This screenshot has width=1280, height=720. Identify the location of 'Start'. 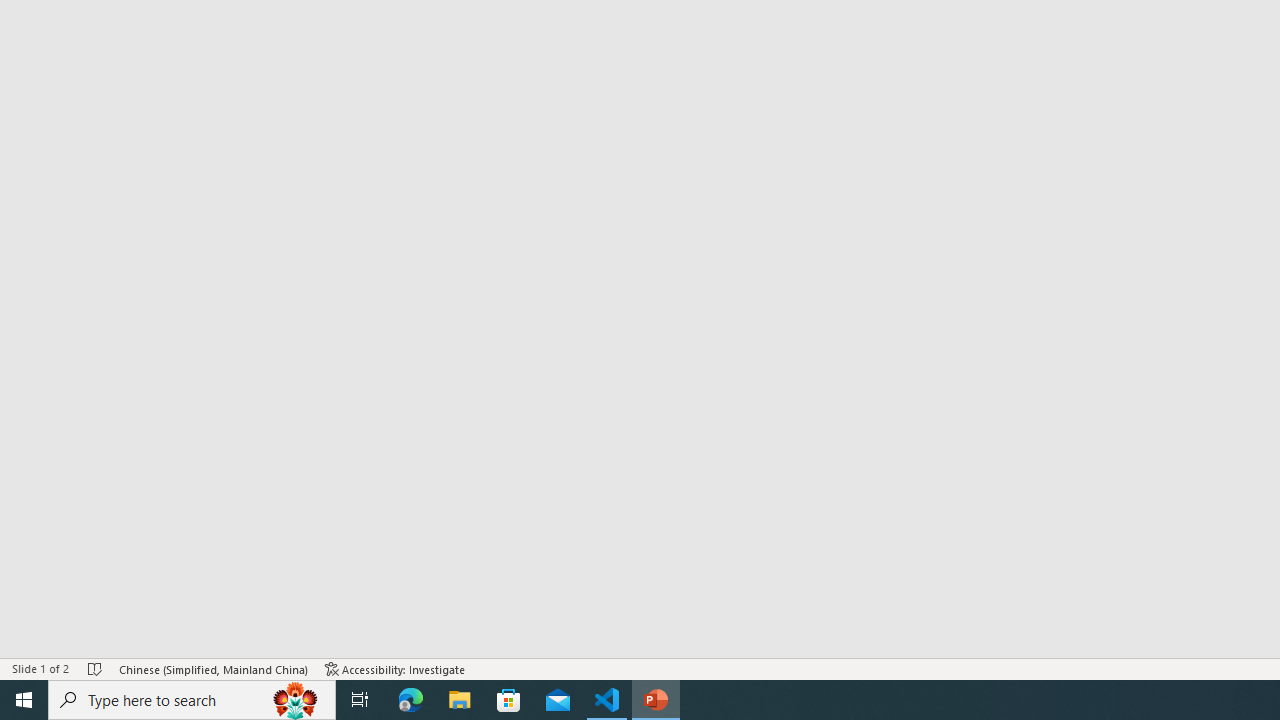
(24, 698).